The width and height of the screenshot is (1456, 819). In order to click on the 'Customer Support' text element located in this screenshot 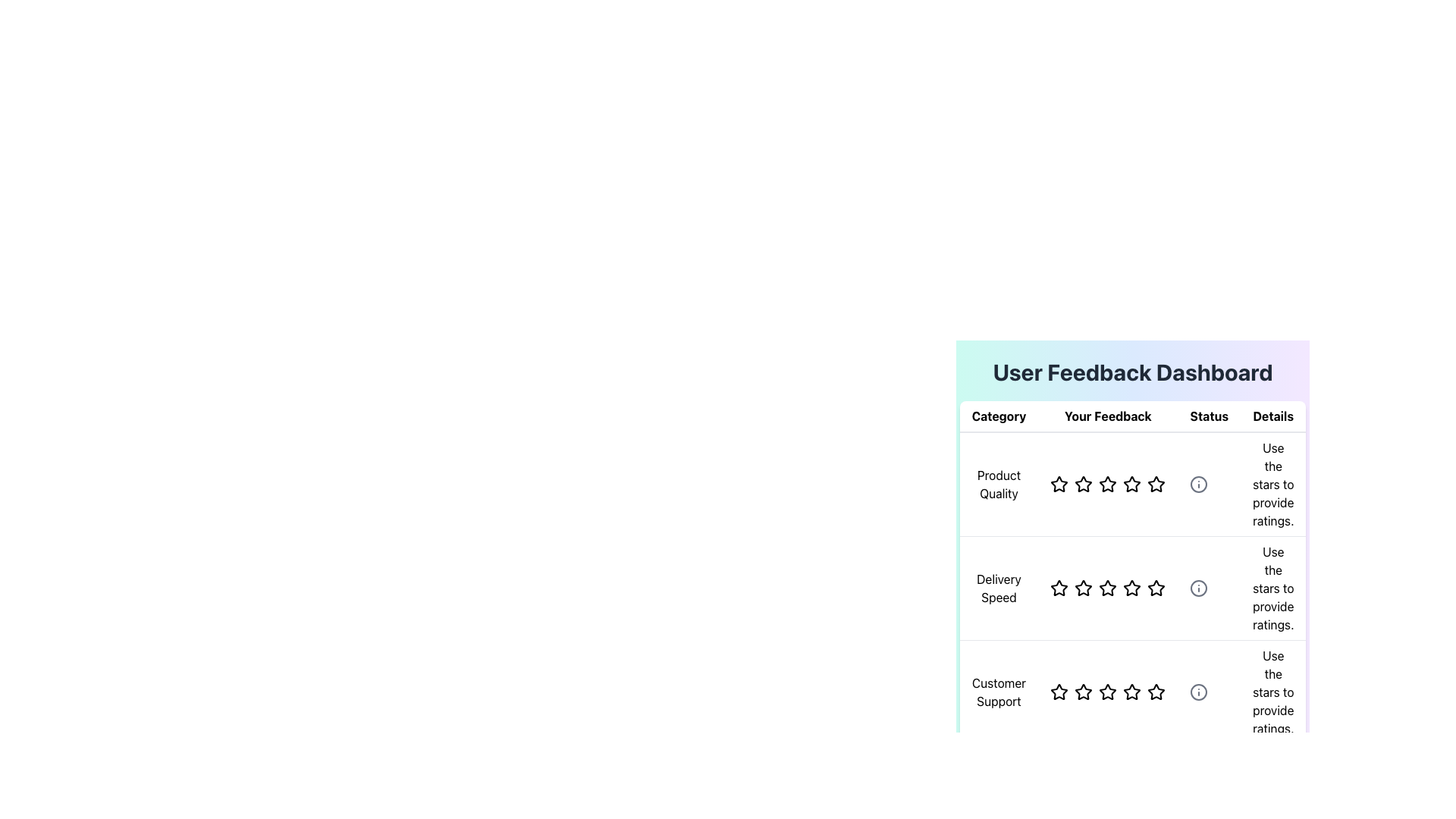, I will do `click(999, 692)`.